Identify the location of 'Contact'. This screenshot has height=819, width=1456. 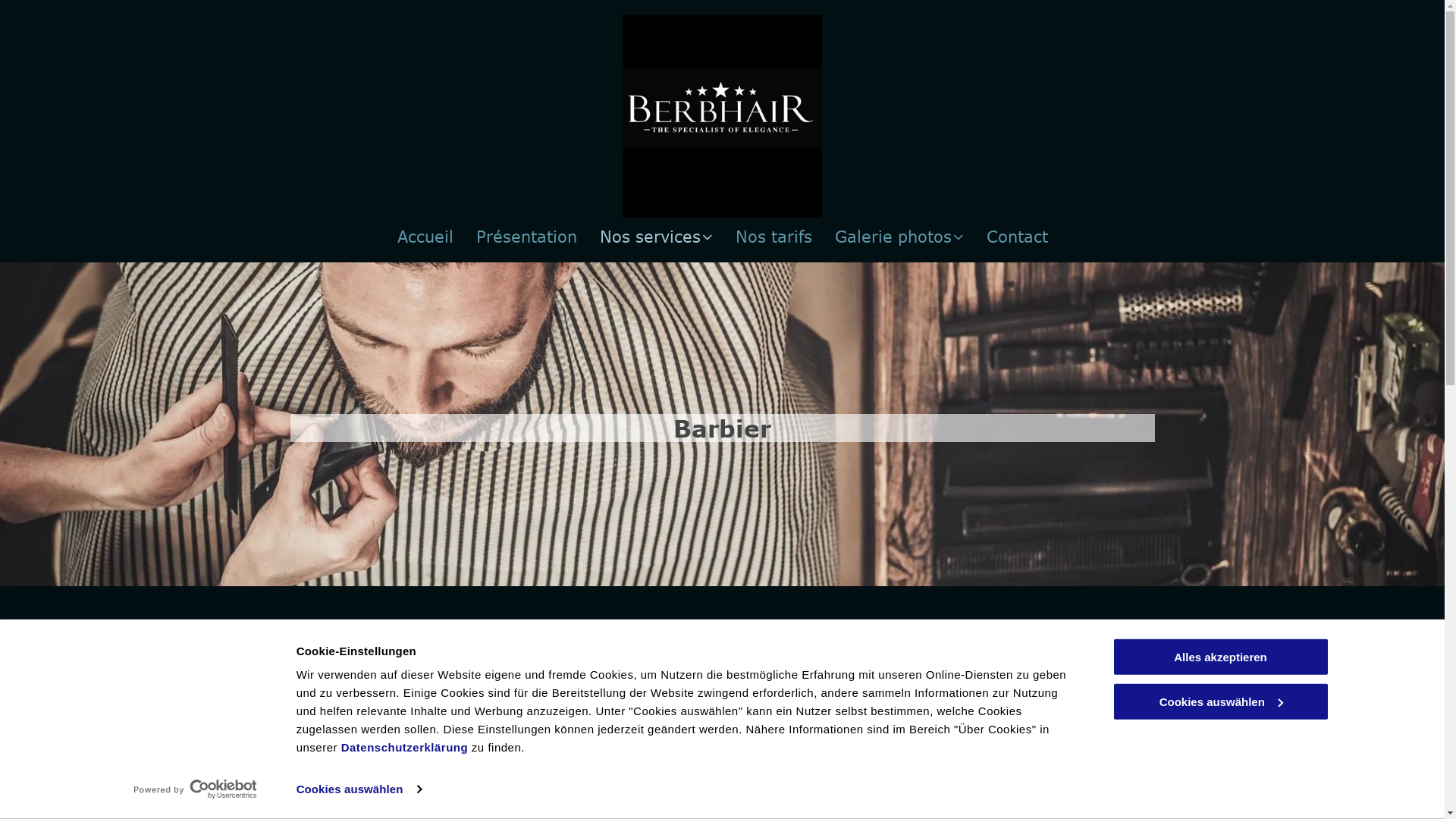
(1016, 236).